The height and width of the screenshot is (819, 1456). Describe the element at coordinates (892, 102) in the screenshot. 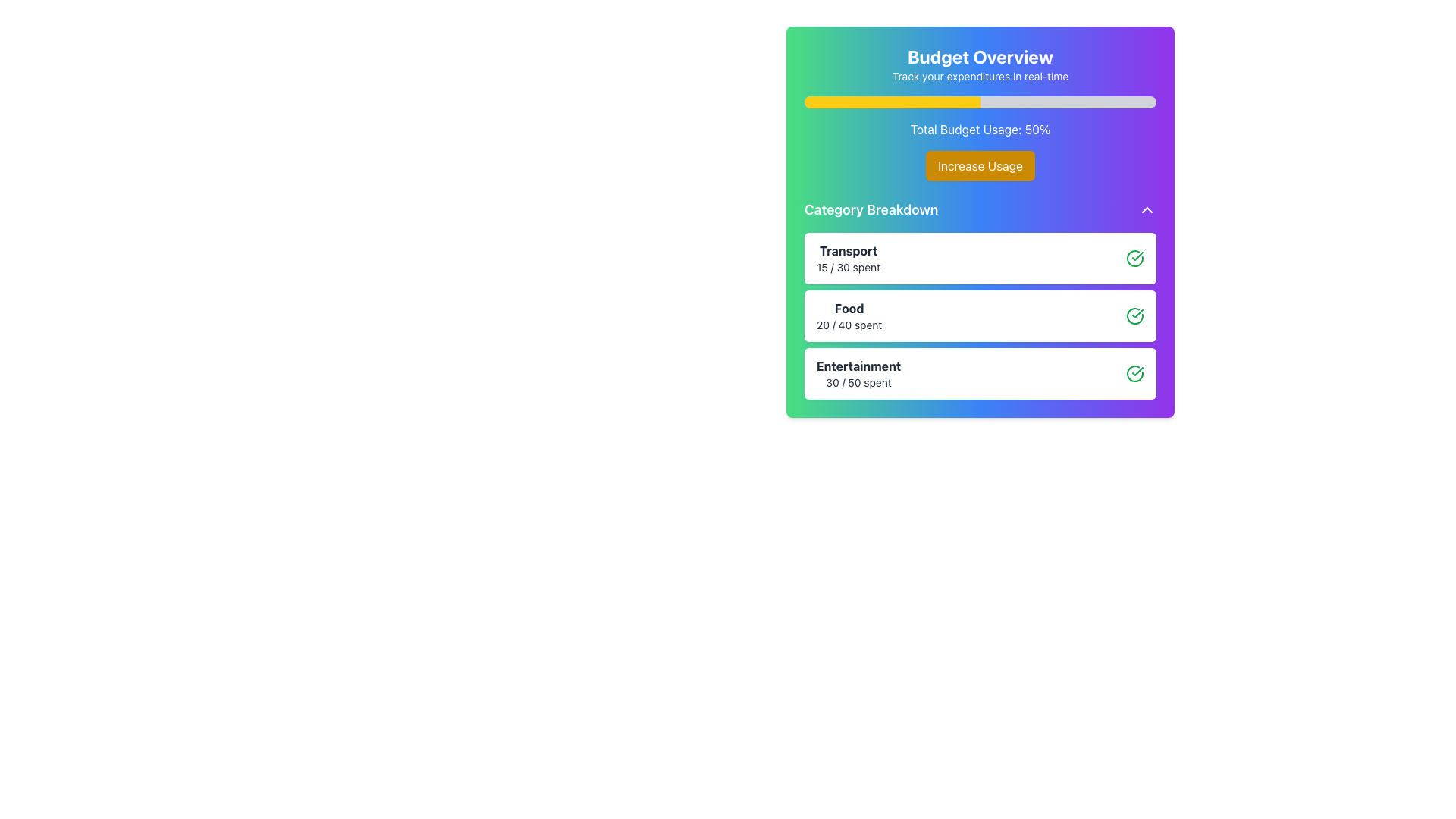

I see `the yellow progress indicator that visually represents 50% completion within the progress bar located underneath the 'Track your expenditures in real-time' text` at that location.